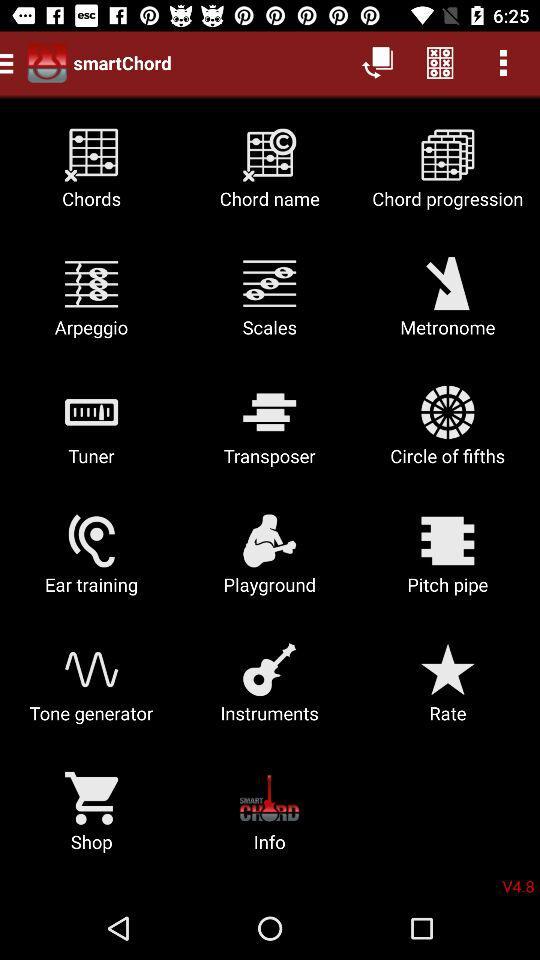 The image size is (540, 960). What do you see at coordinates (9, 62) in the screenshot?
I see `the menu icon` at bounding box center [9, 62].